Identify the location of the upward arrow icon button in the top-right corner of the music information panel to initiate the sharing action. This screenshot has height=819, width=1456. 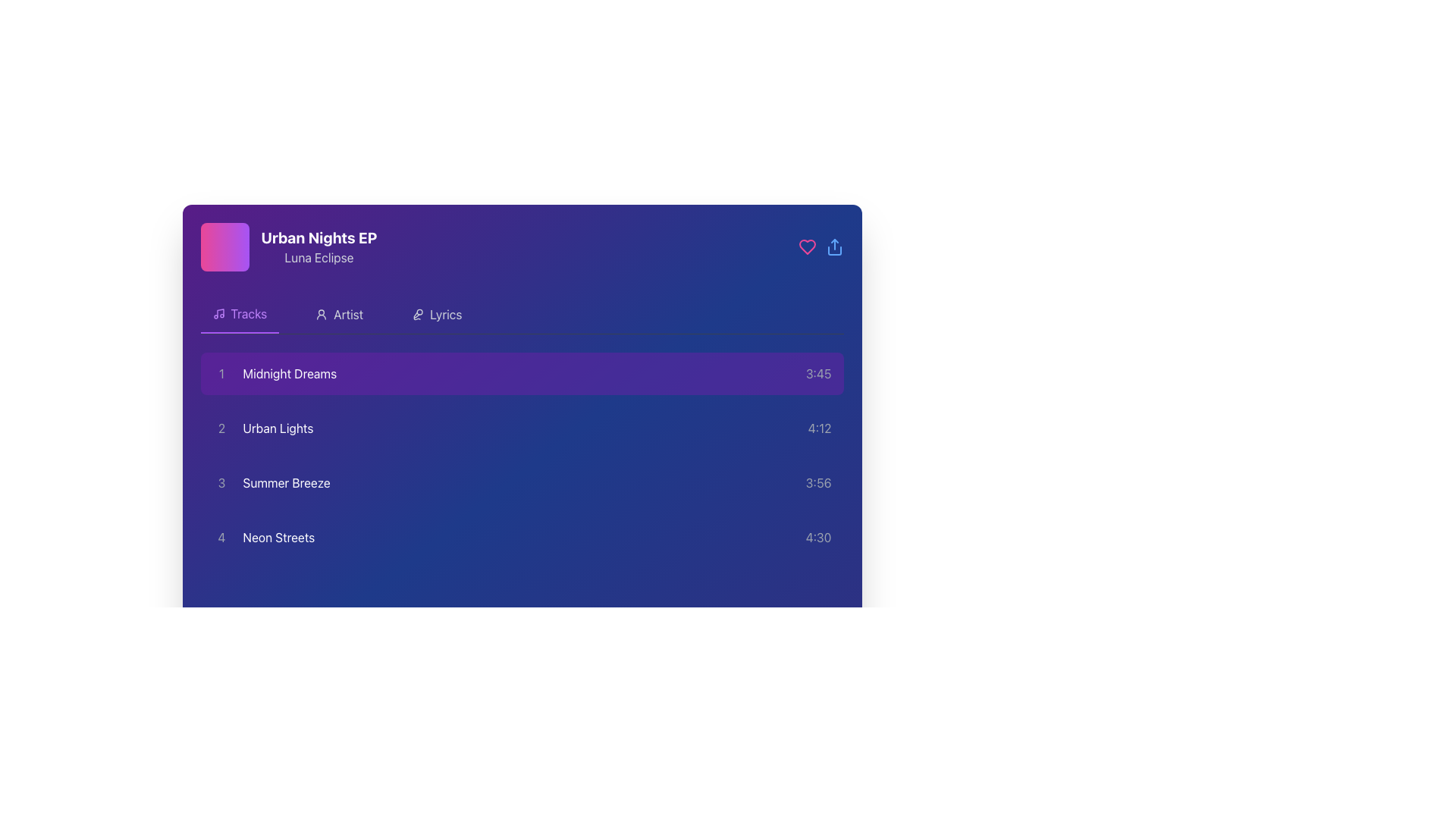
(833, 246).